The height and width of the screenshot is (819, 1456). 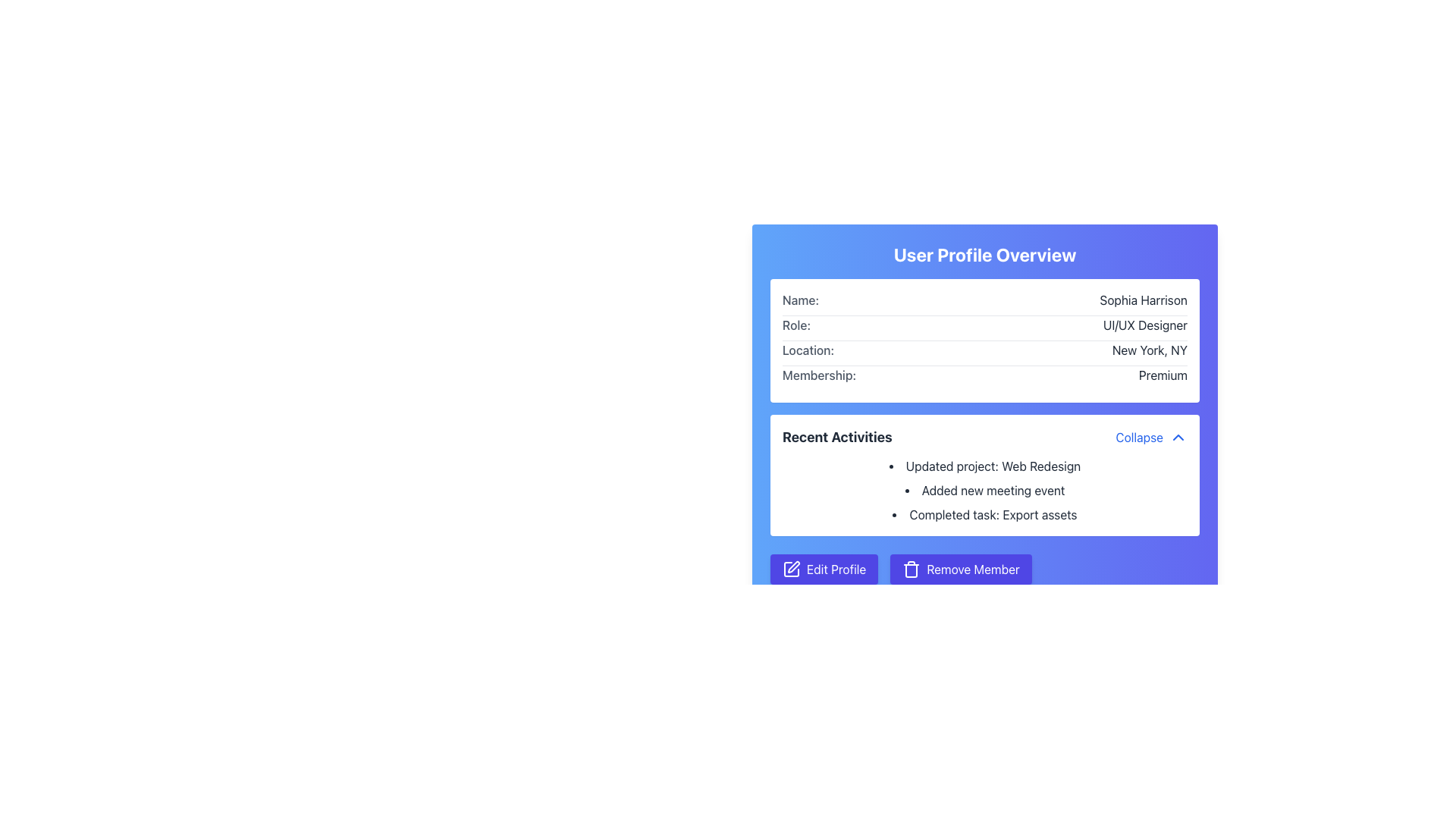 What do you see at coordinates (985, 340) in the screenshot?
I see `displayed information from the user profile overview panel, which contains details like 'Name:', 'Role:', 'Location:', and 'Membership:' in a tabular format` at bounding box center [985, 340].